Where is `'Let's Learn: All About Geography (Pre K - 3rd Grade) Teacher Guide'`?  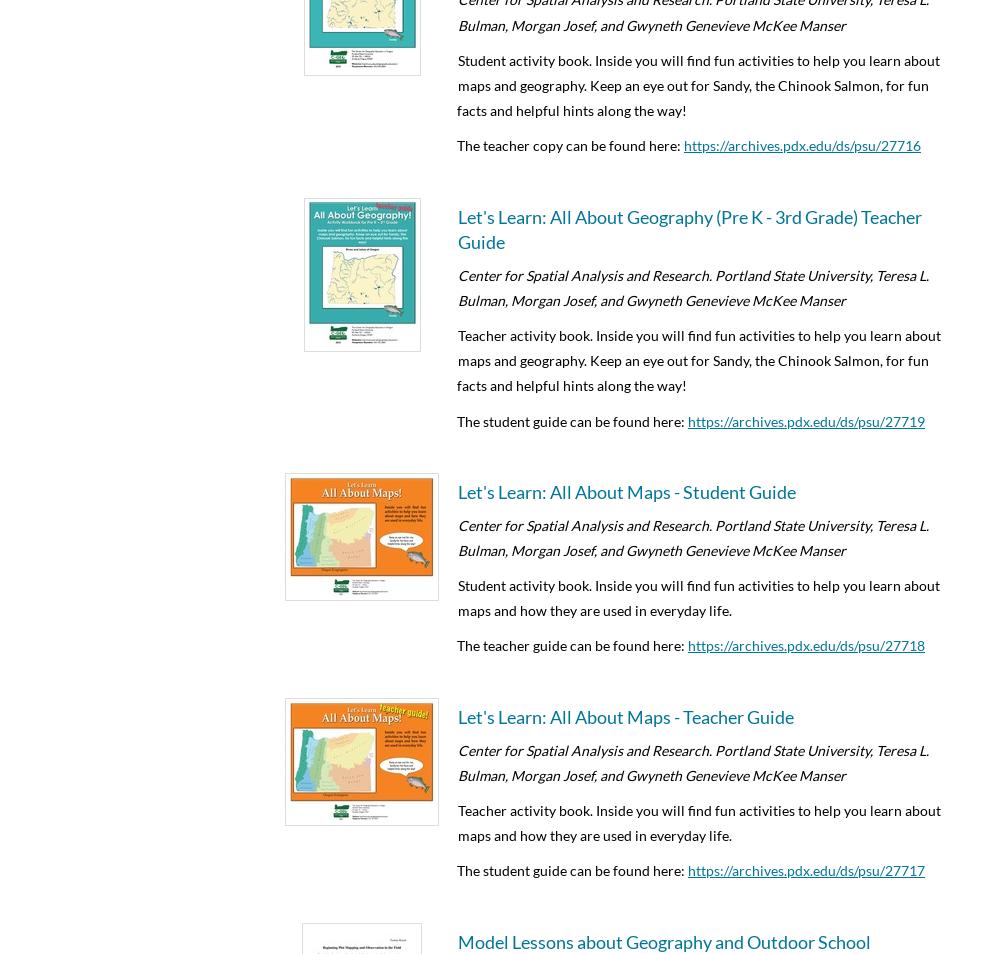
'Let's Learn: All About Geography (Pre K - 3rd Grade) Teacher Guide' is located at coordinates (690, 227).